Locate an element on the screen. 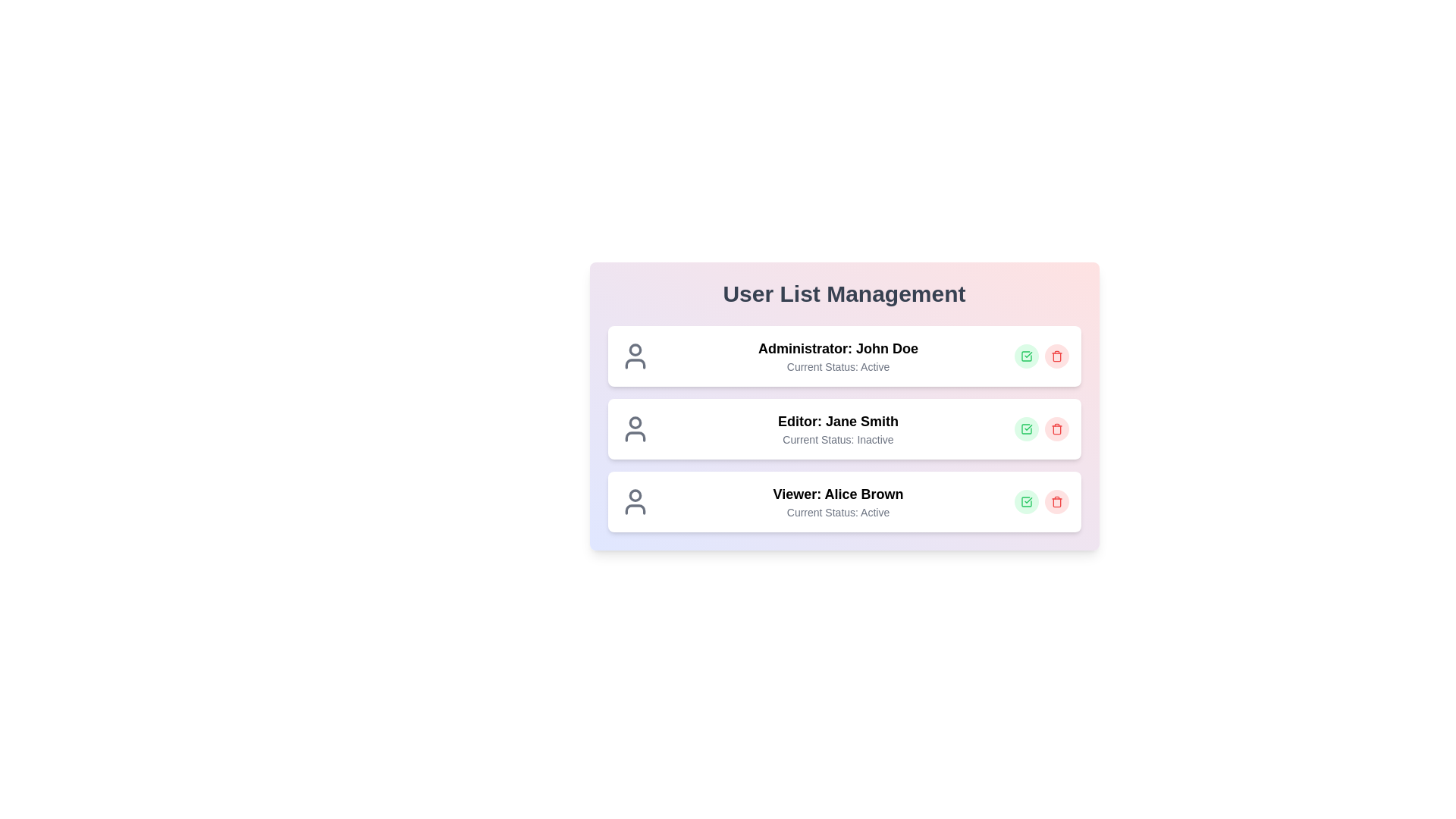  name displayed in the text label 'Jane Smith', which is part of the user role section labeled 'Editor:', located in the second user role box on the right side of the interface is located at coordinates (862, 421).